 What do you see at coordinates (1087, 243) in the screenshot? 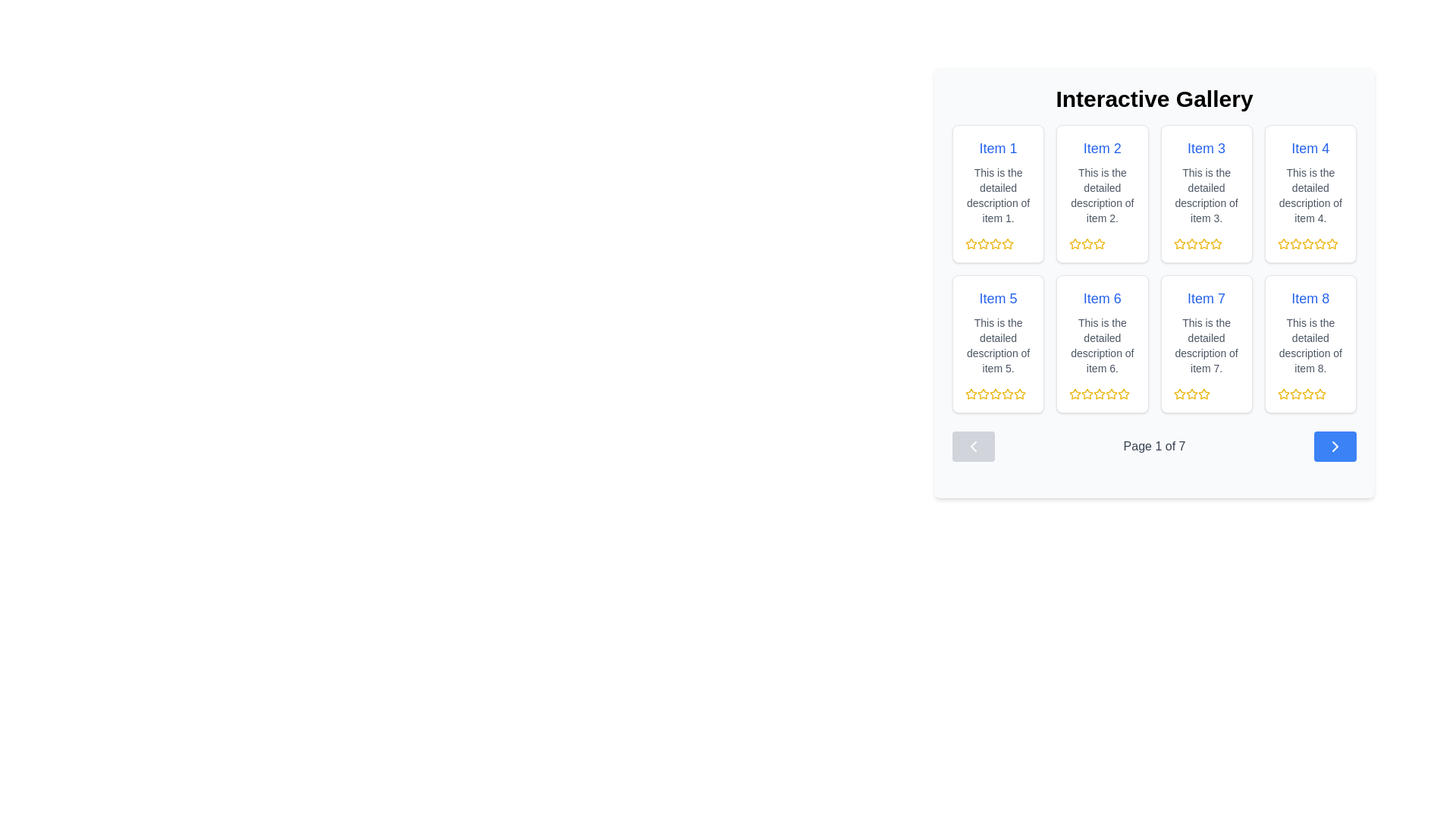
I see `the second yellow outlined star in the rating system under 'Item 2' in the 'Interactive Gallery' interface` at bounding box center [1087, 243].